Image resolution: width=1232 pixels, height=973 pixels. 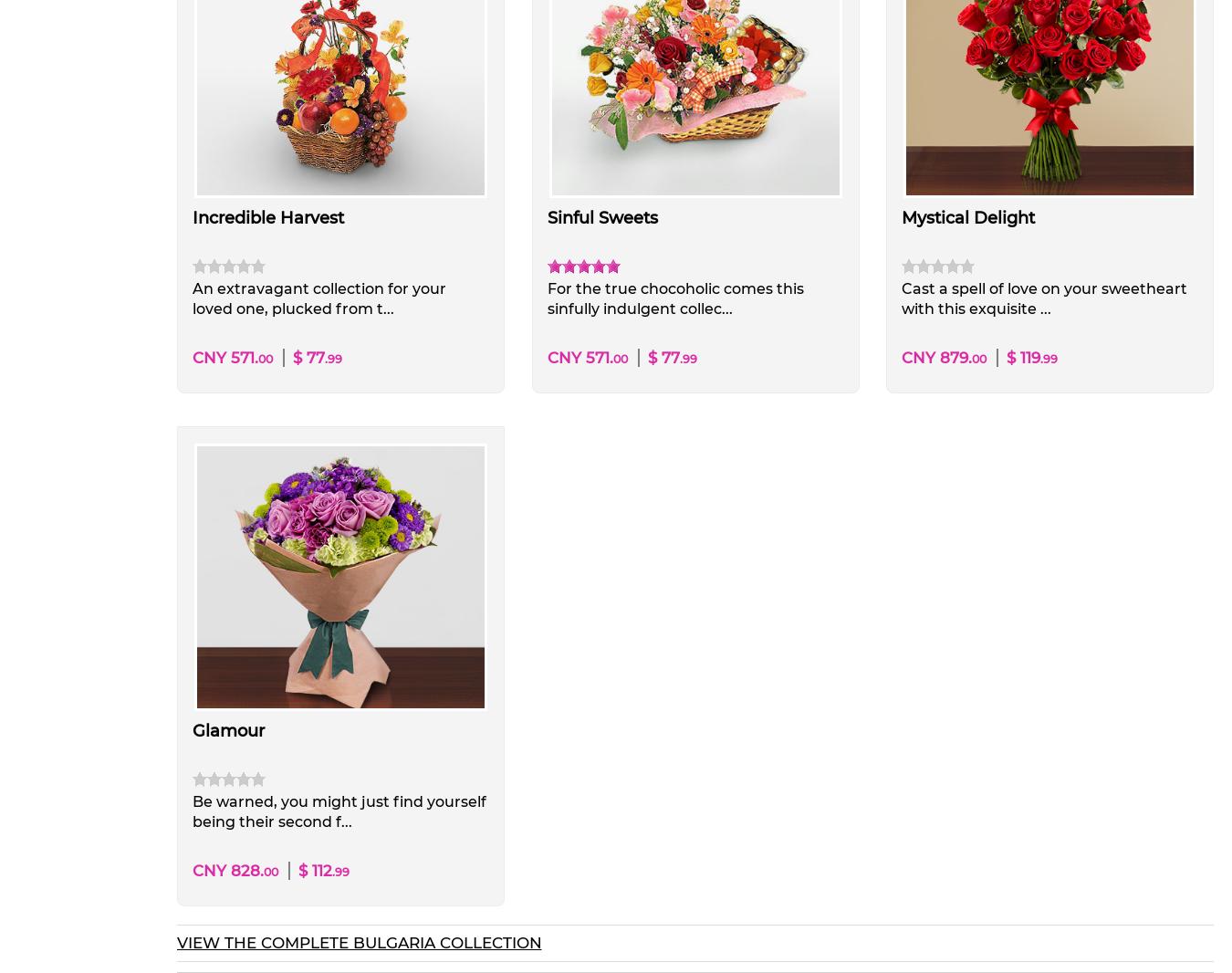 I want to click on 'Cast a spell of love on your sweetheart with this exquisite ...', so click(x=899, y=298).